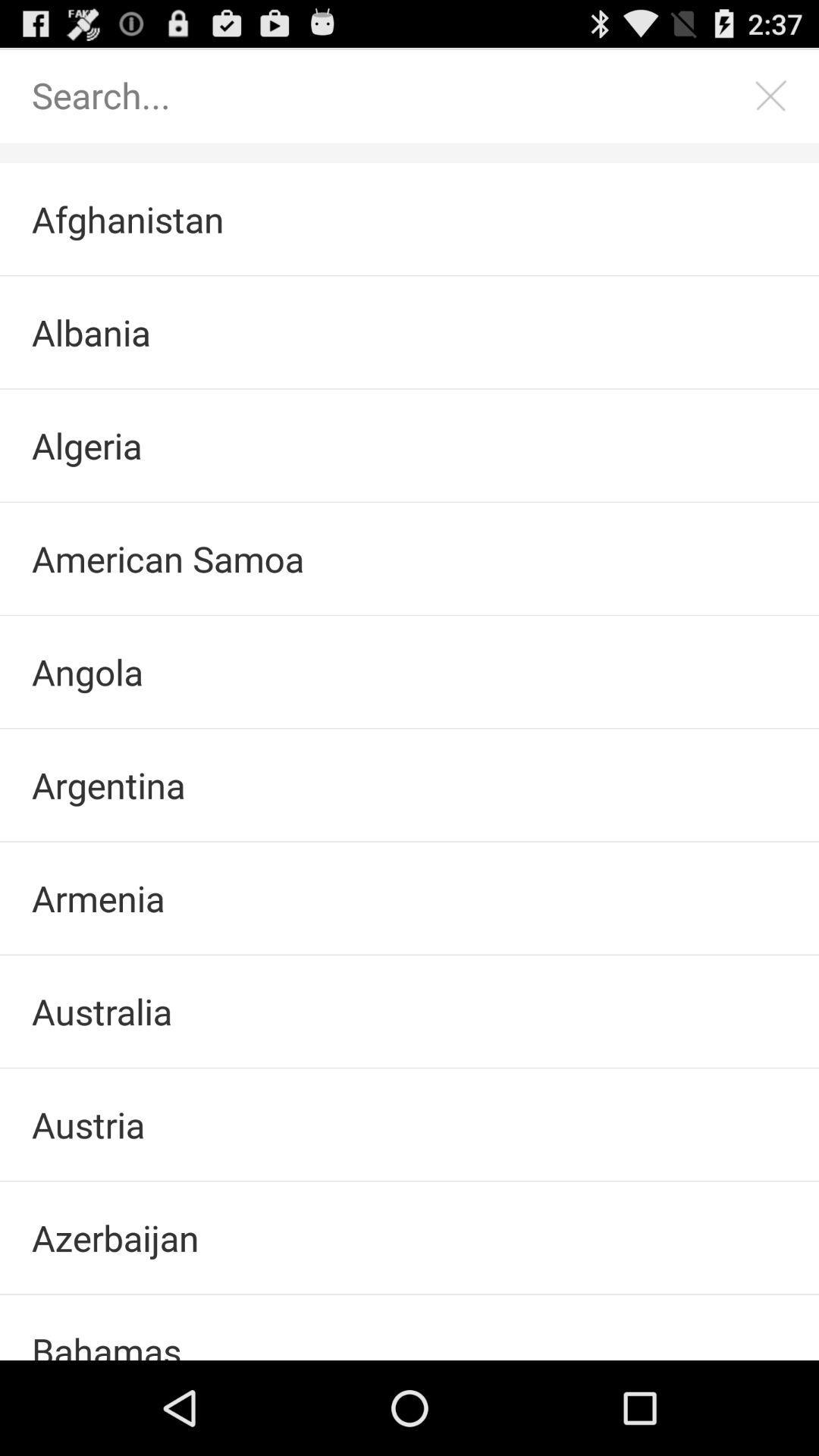 The width and height of the screenshot is (819, 1456). Describe the element at coordinates (393, 94) in the screenshot. I see `country` at that location.